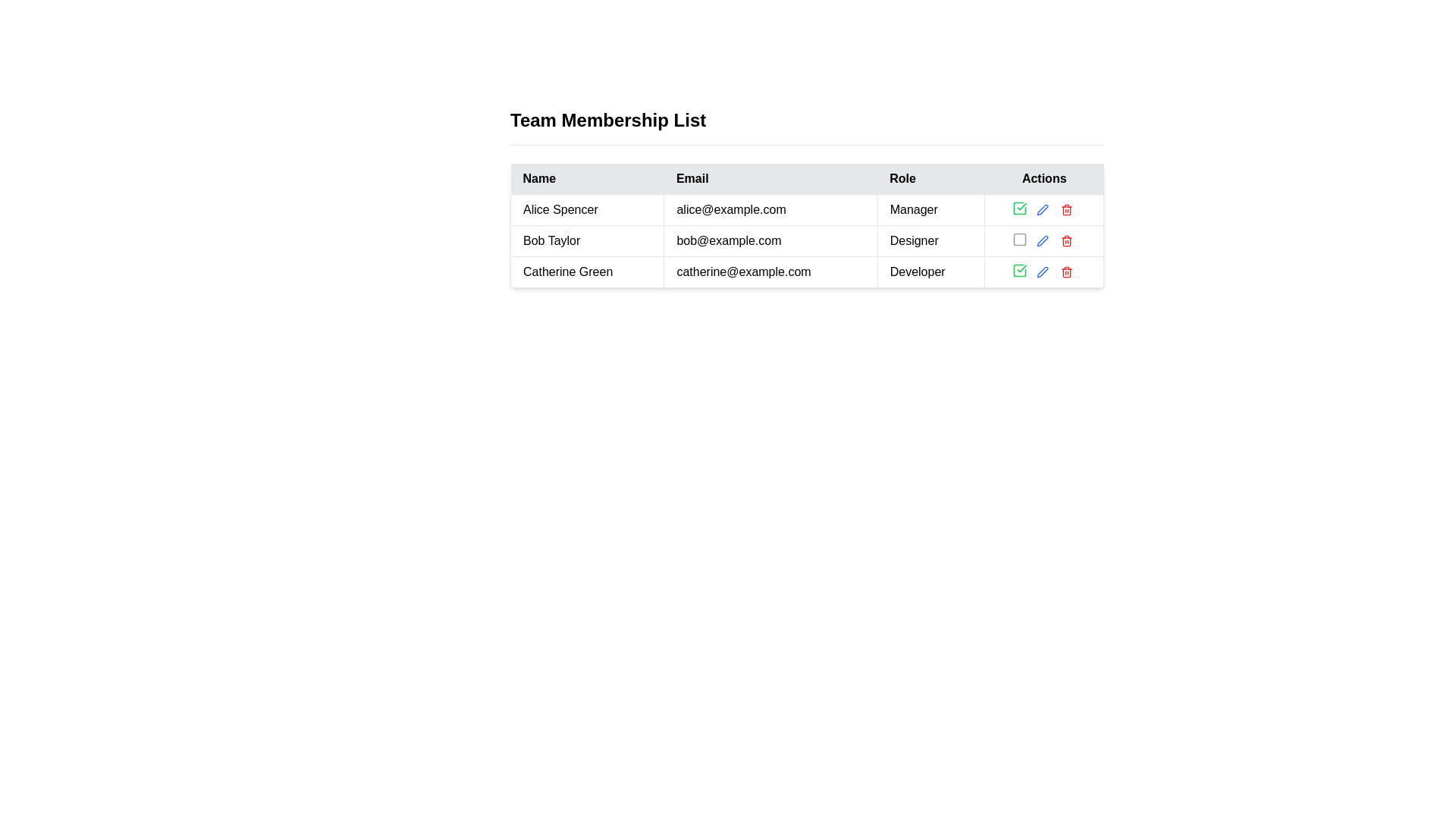 This screenshot has width=1456, height=819. Describe the element at coordinates (1066, 271) in the screenshot. I see `the red delete button in the 'Actions' column of the last row` at that location.